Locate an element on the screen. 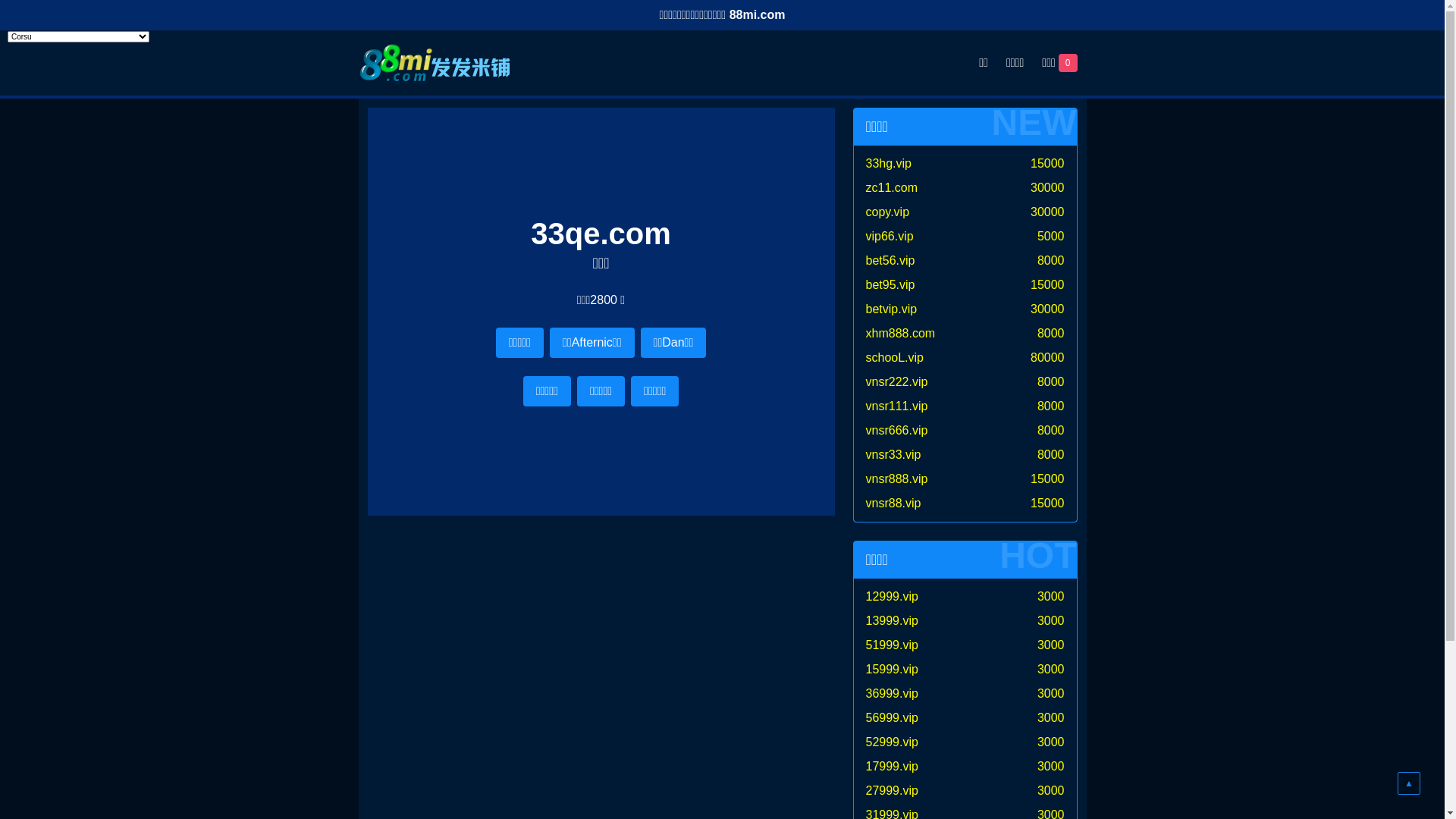 Image resolution: width=1456 pixels, height=819 pixels. 'zc11.com' is located at coordinates (892, 187).